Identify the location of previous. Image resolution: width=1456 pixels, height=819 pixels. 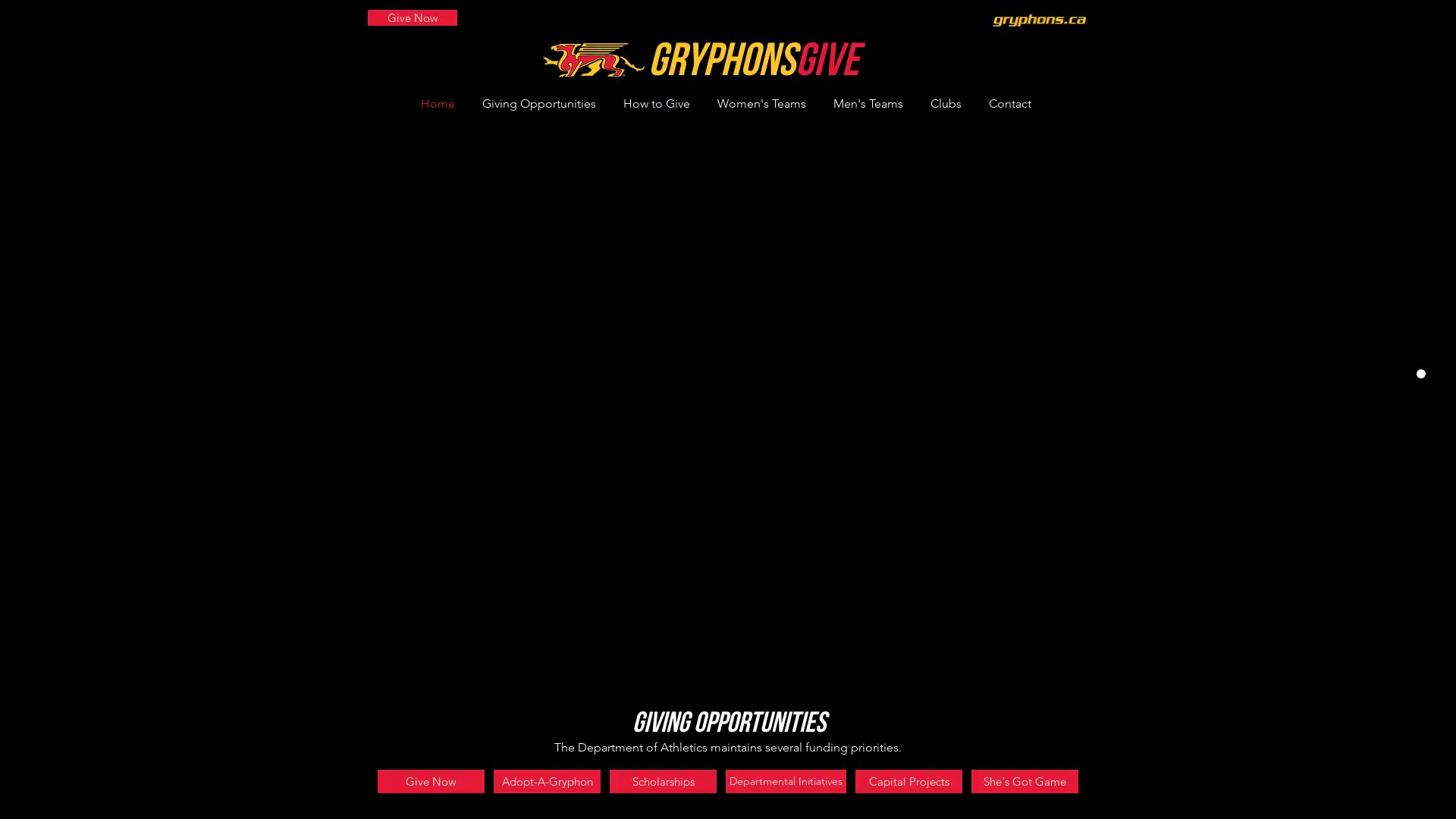
(368, 265).